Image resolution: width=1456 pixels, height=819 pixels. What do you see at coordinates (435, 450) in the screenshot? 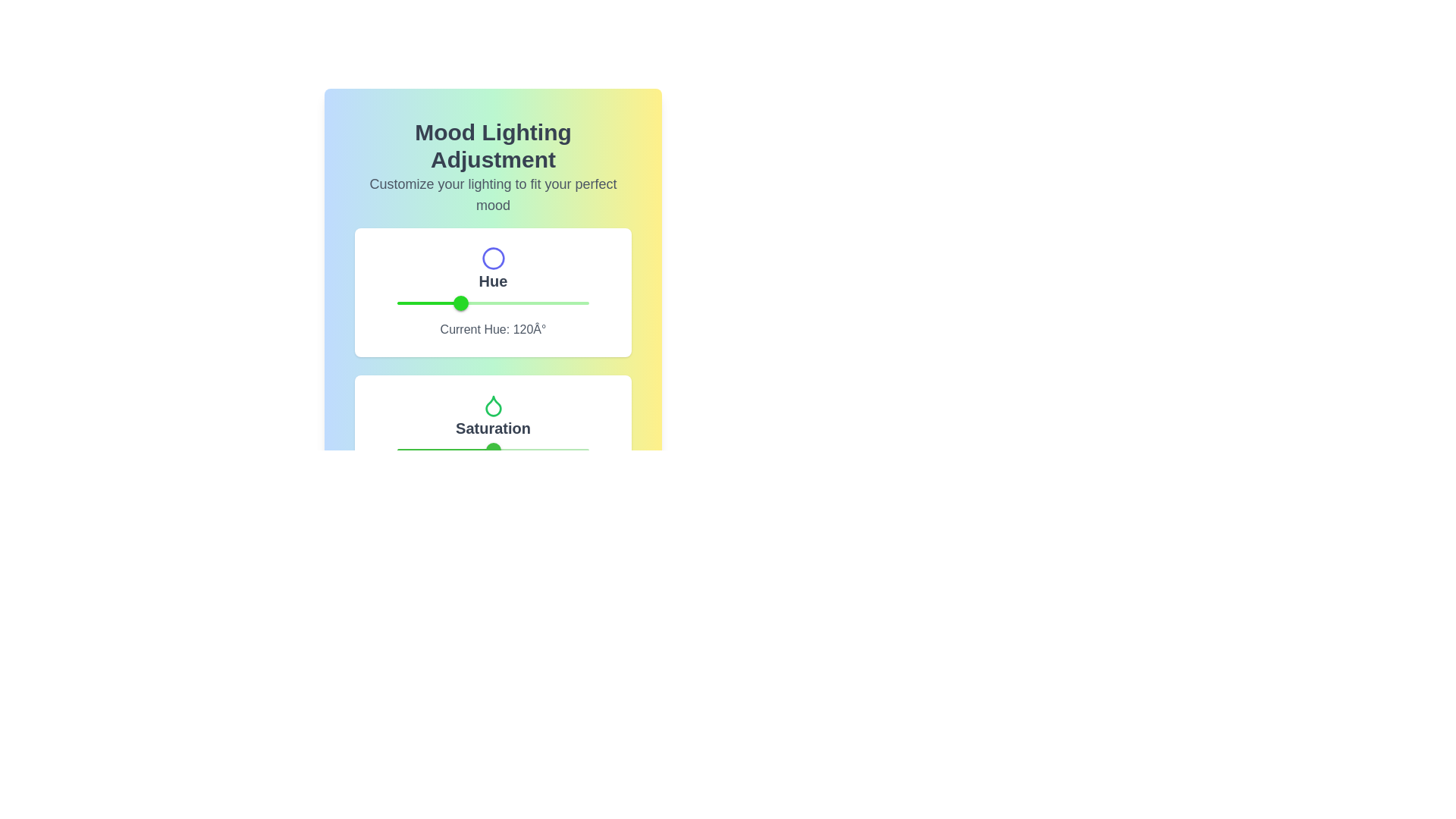
I see `the slider` at bounding box center [435, 450].